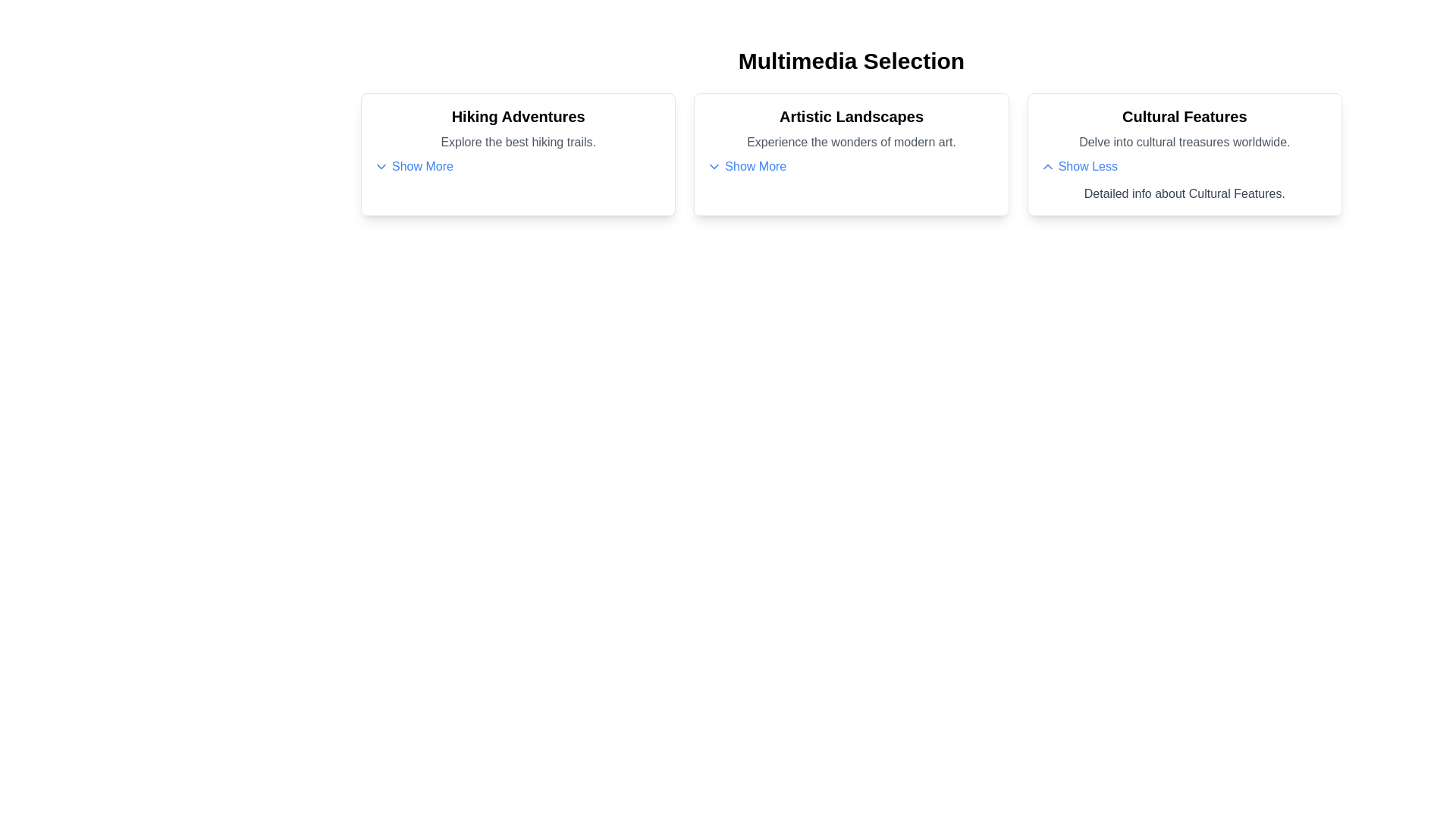  I want to click on the text content of the card titled Artistic Landscapes, so click(852, 116).